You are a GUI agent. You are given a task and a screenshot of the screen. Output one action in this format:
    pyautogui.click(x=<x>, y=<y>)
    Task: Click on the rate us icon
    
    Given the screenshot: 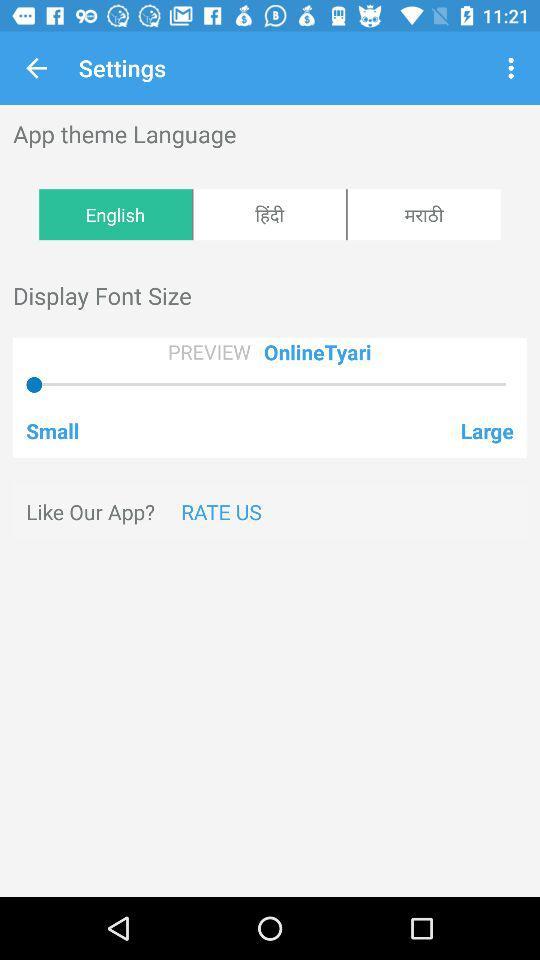 What is the action you would take?
    pyautogui.click(x=220, y=510)
    